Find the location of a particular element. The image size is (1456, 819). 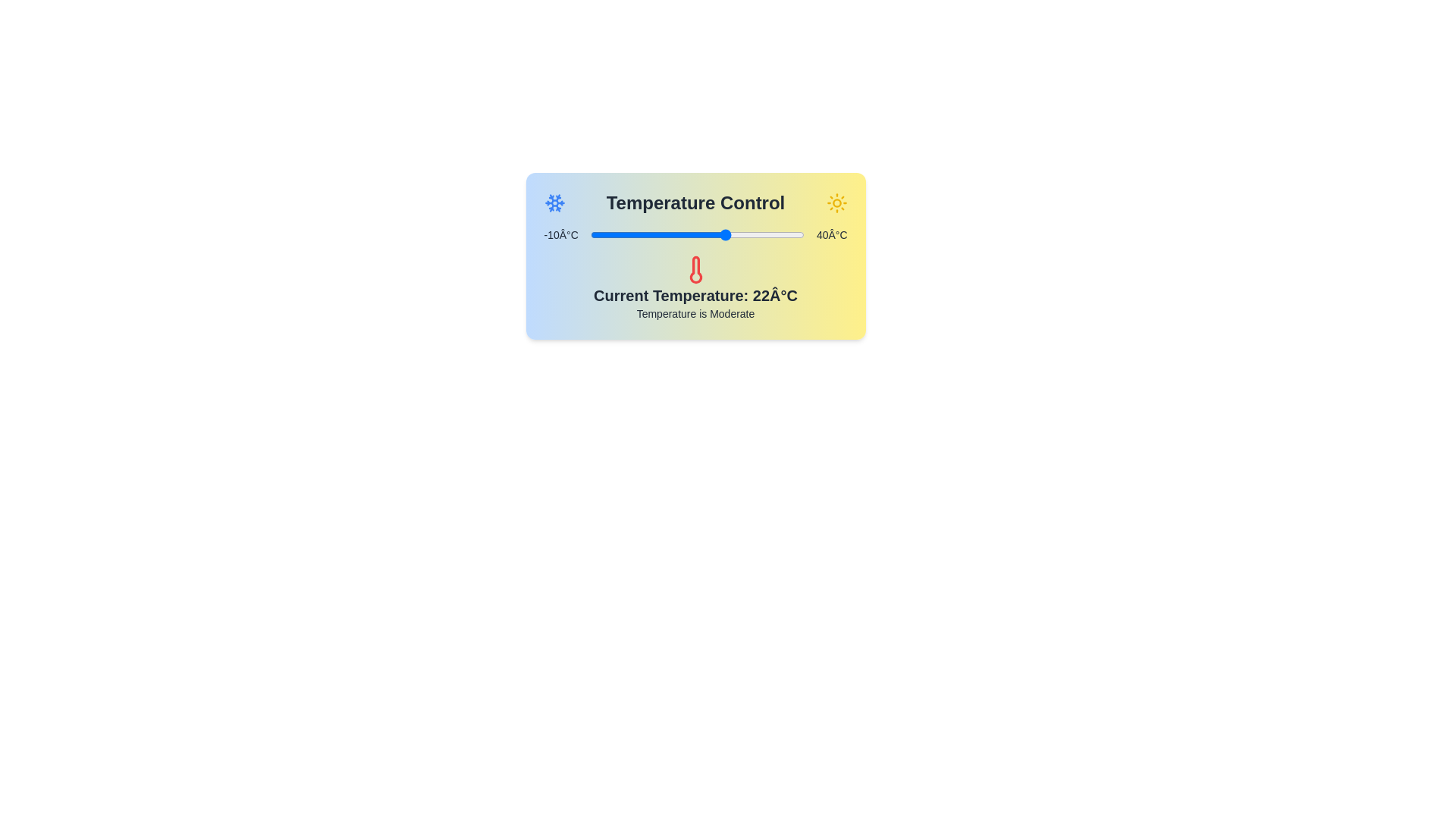

the slider to set the temperature to 22°C is located at coordinates (726, 234).